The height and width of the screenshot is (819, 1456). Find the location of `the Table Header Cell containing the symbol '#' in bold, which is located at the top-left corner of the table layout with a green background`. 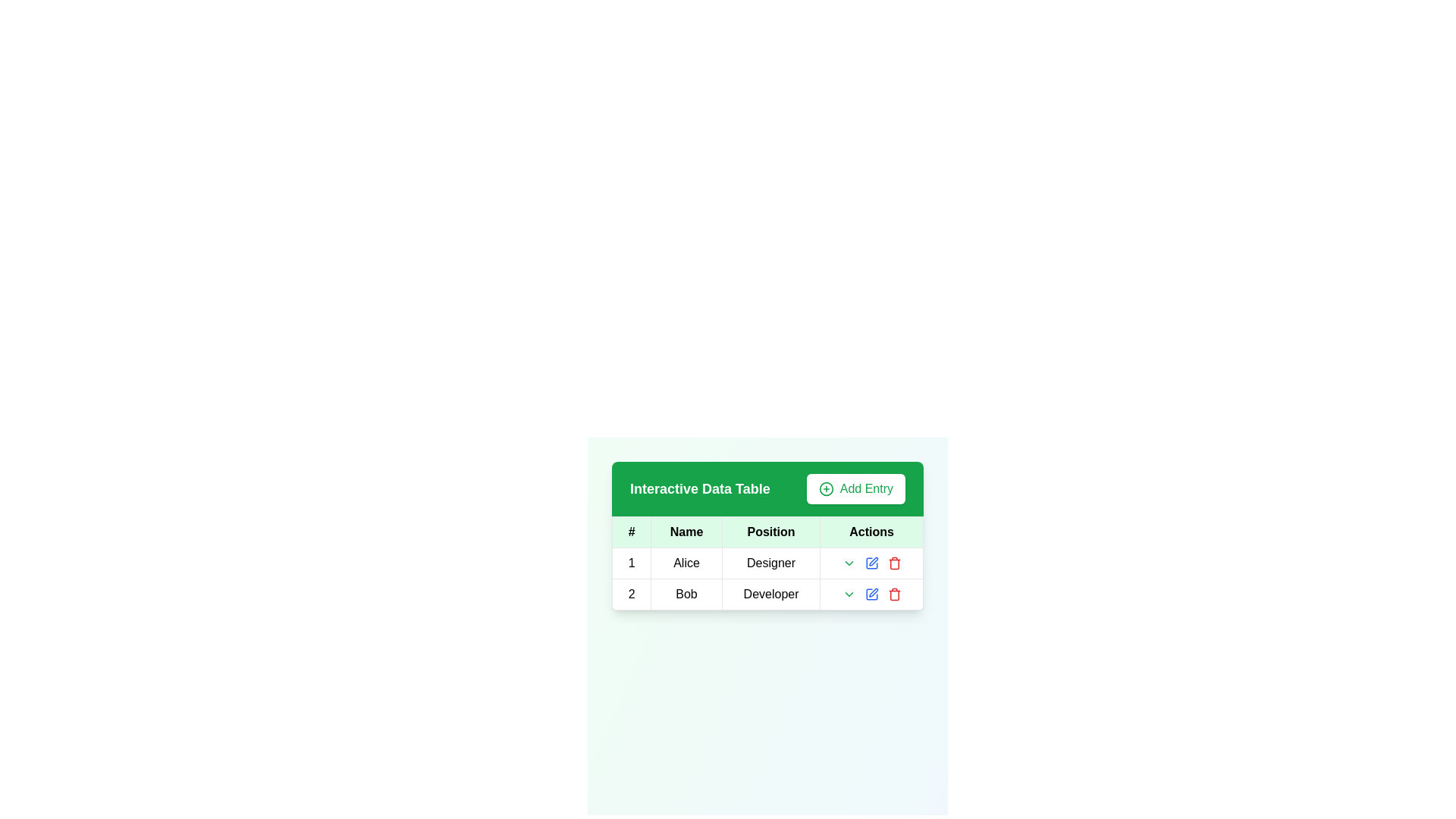

the Table Header Cell containing the symbol '#' in bold, which is located at the top-left corner of the table layout with a green background is located at coordinates (632, 532).